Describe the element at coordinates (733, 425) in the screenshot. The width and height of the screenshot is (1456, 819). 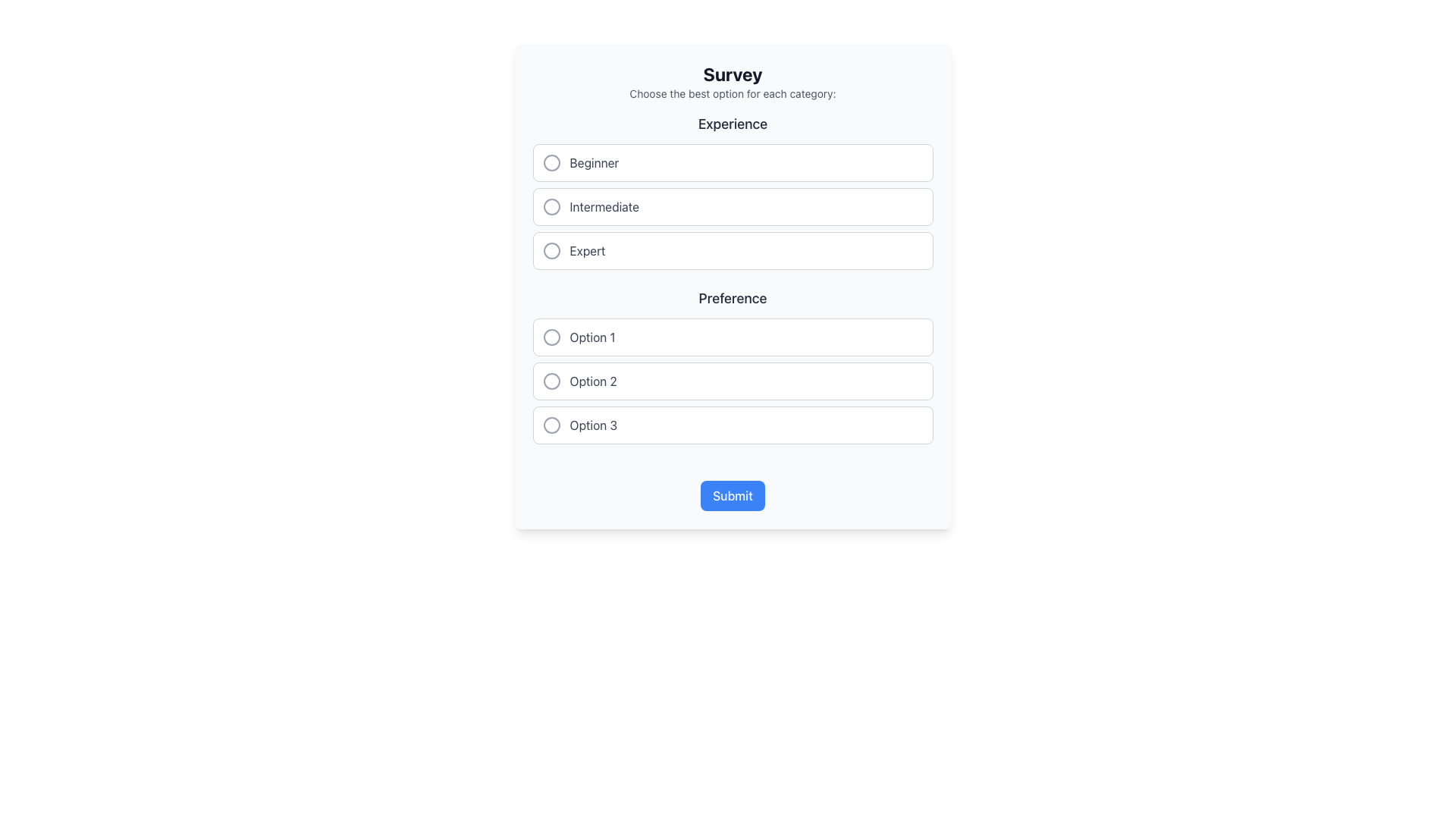
I see `the third selectable list item labeled 'Option 3' in the survey` at that location.